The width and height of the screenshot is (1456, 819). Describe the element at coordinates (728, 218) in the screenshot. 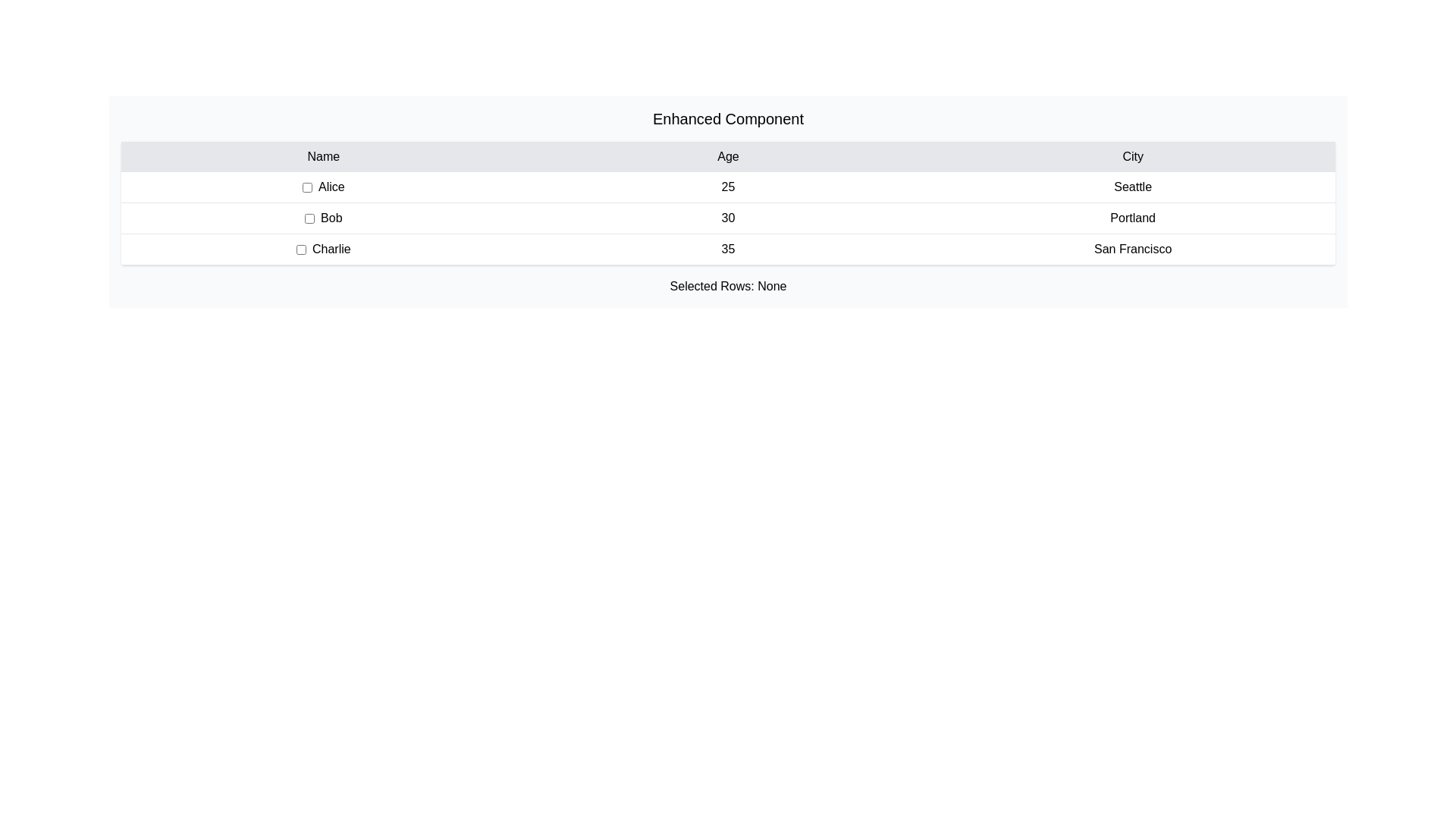

I see `the text label displaying the number '30' in bold format, which is located in the second row under the 'Age' column of the table` at that location.